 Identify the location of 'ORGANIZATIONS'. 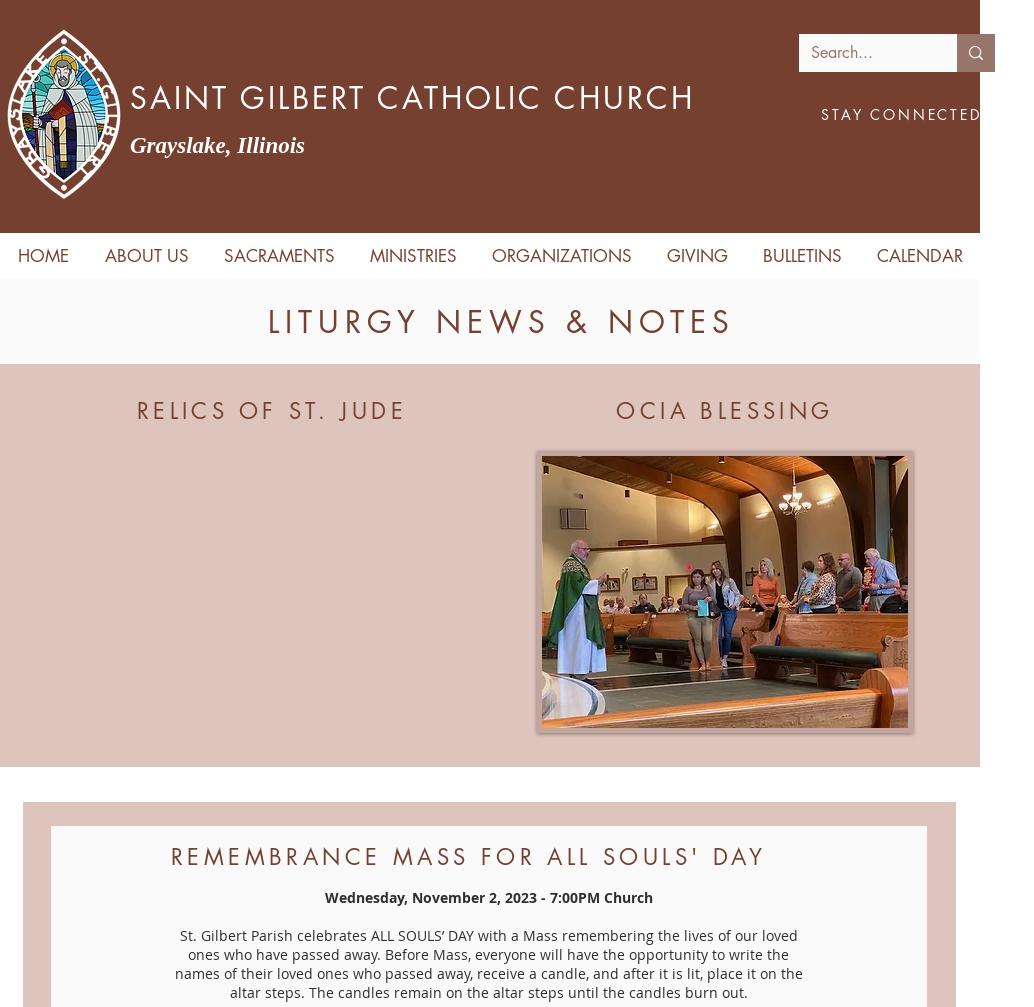
(490, 255).